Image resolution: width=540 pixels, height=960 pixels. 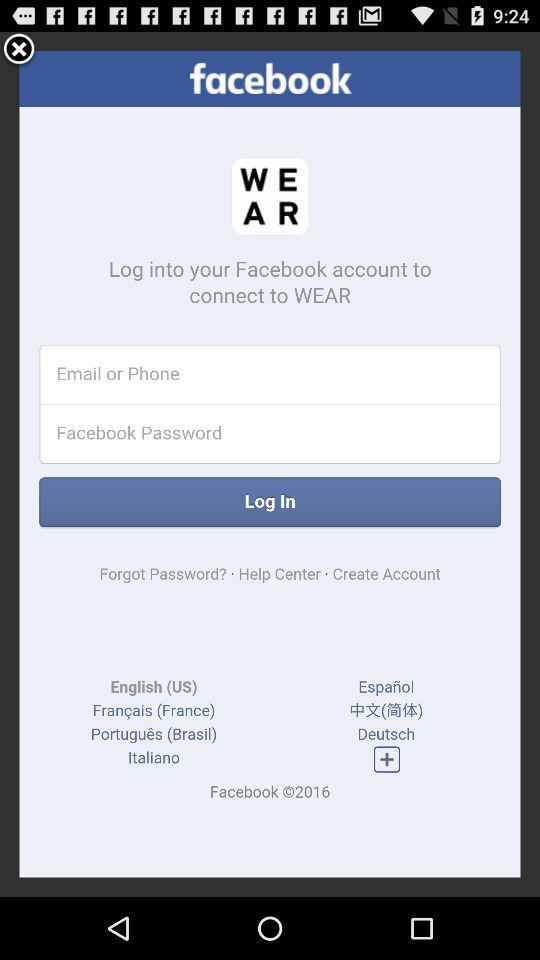 I want to click on the close icon, so click(x=18, y=53).